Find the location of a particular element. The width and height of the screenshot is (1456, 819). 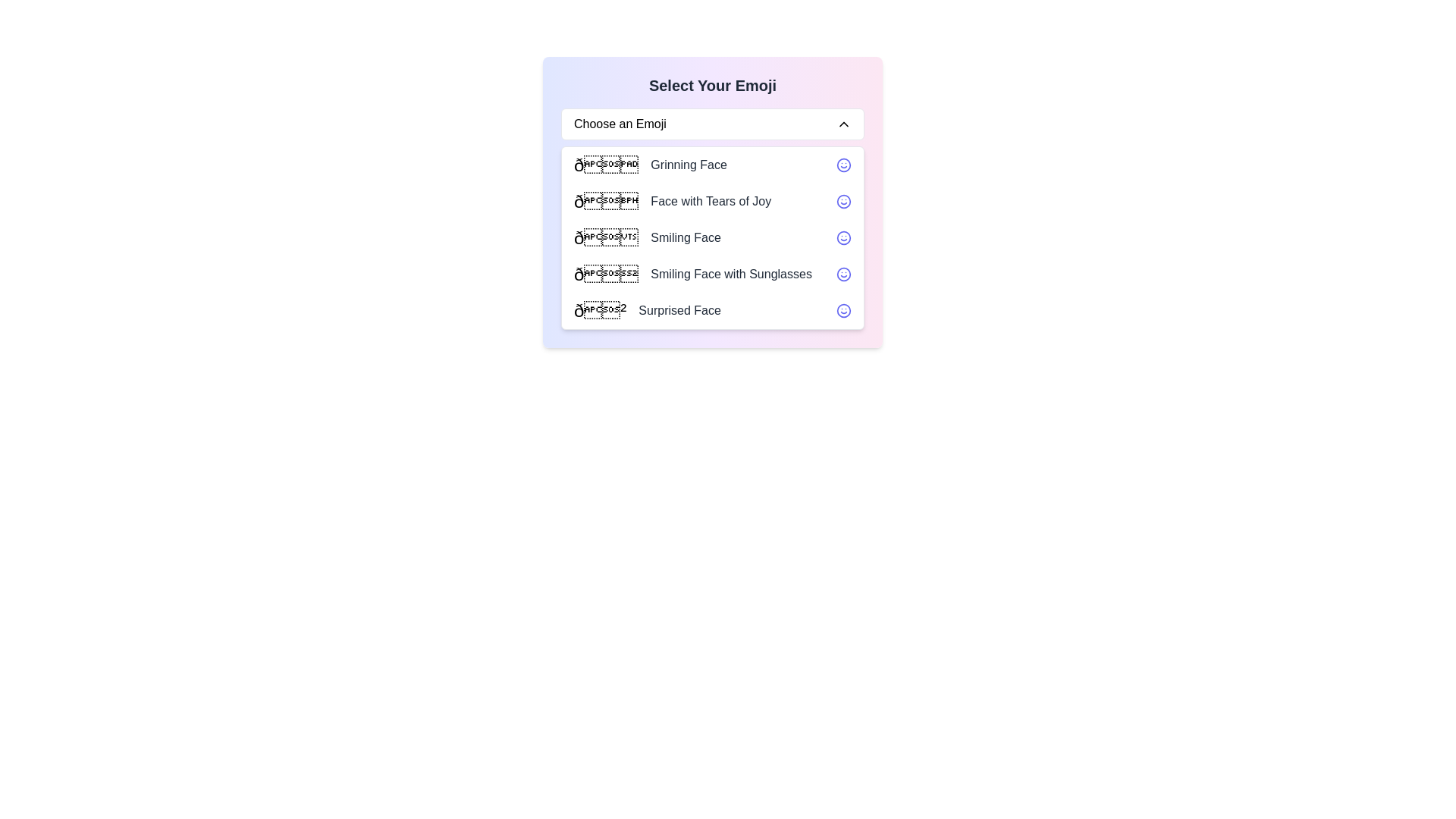

the List Item containing the 'Face with Tears of Joy' emoji and text is located at coordinates (672, 201).